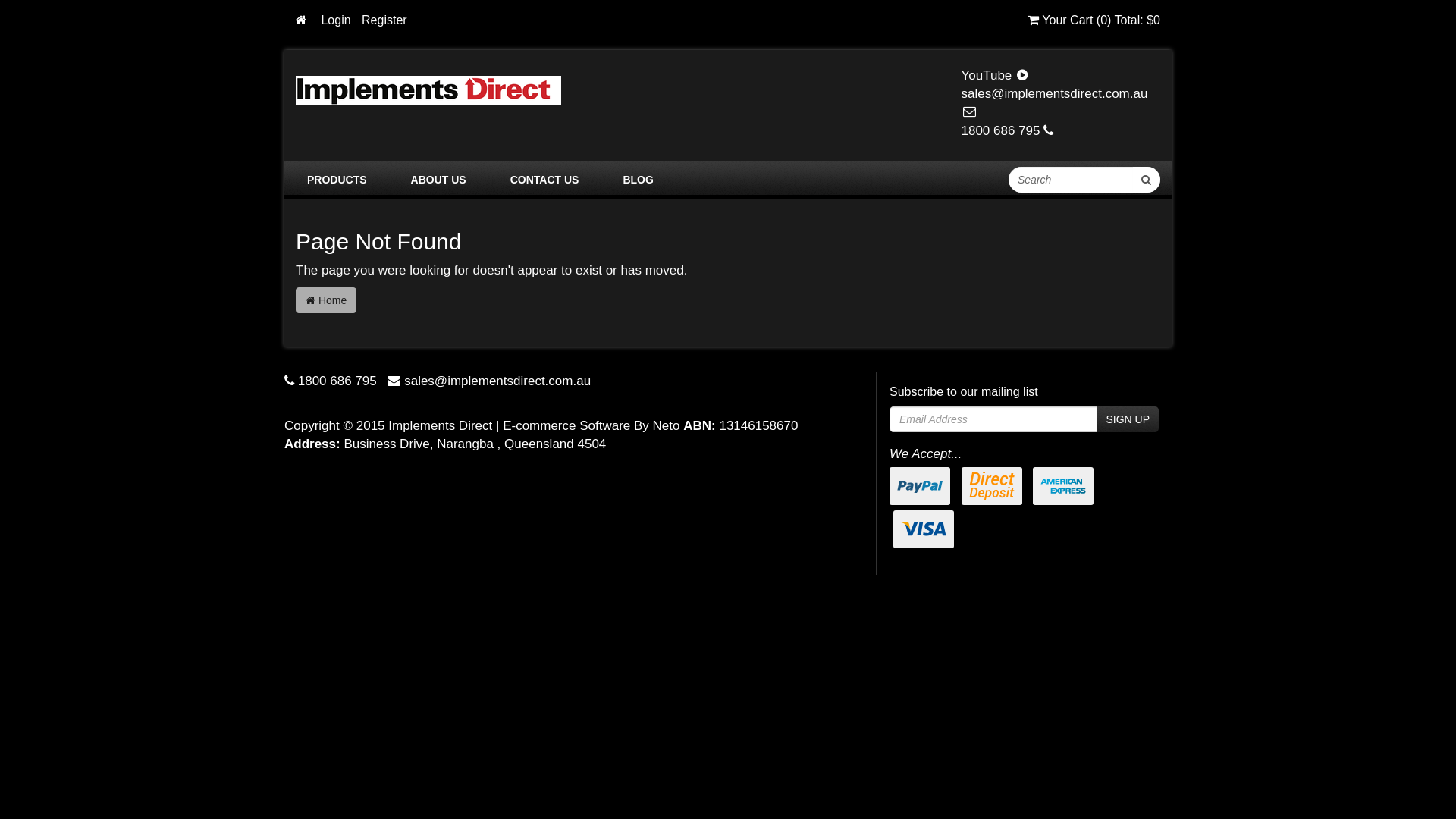 This screenshot has height=819, width=1456. Describe the element at coordinates (428, 89) in the screenshot. I see `'Implements Direct'` at that location.